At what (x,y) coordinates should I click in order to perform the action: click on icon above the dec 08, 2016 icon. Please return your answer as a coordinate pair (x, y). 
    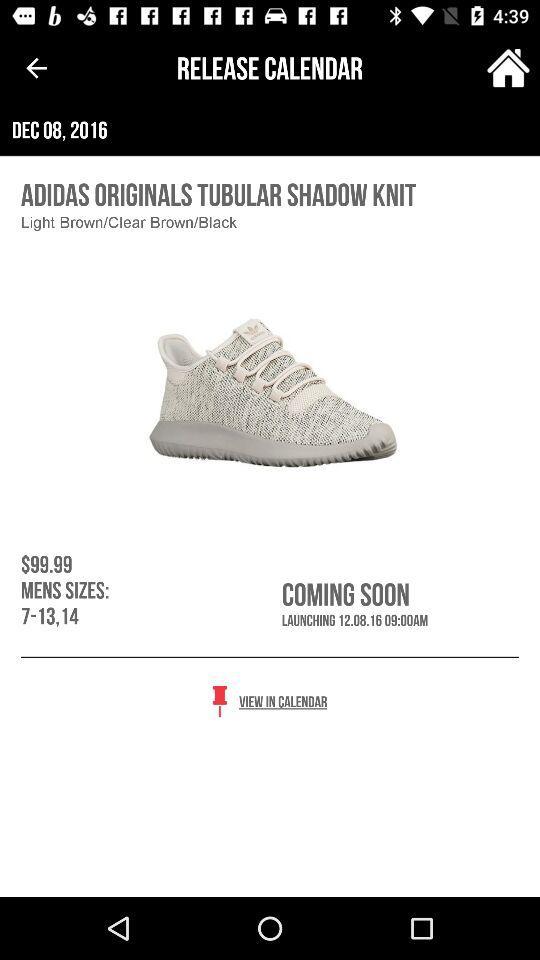
    Looking at the image, I should click on (36, 68).